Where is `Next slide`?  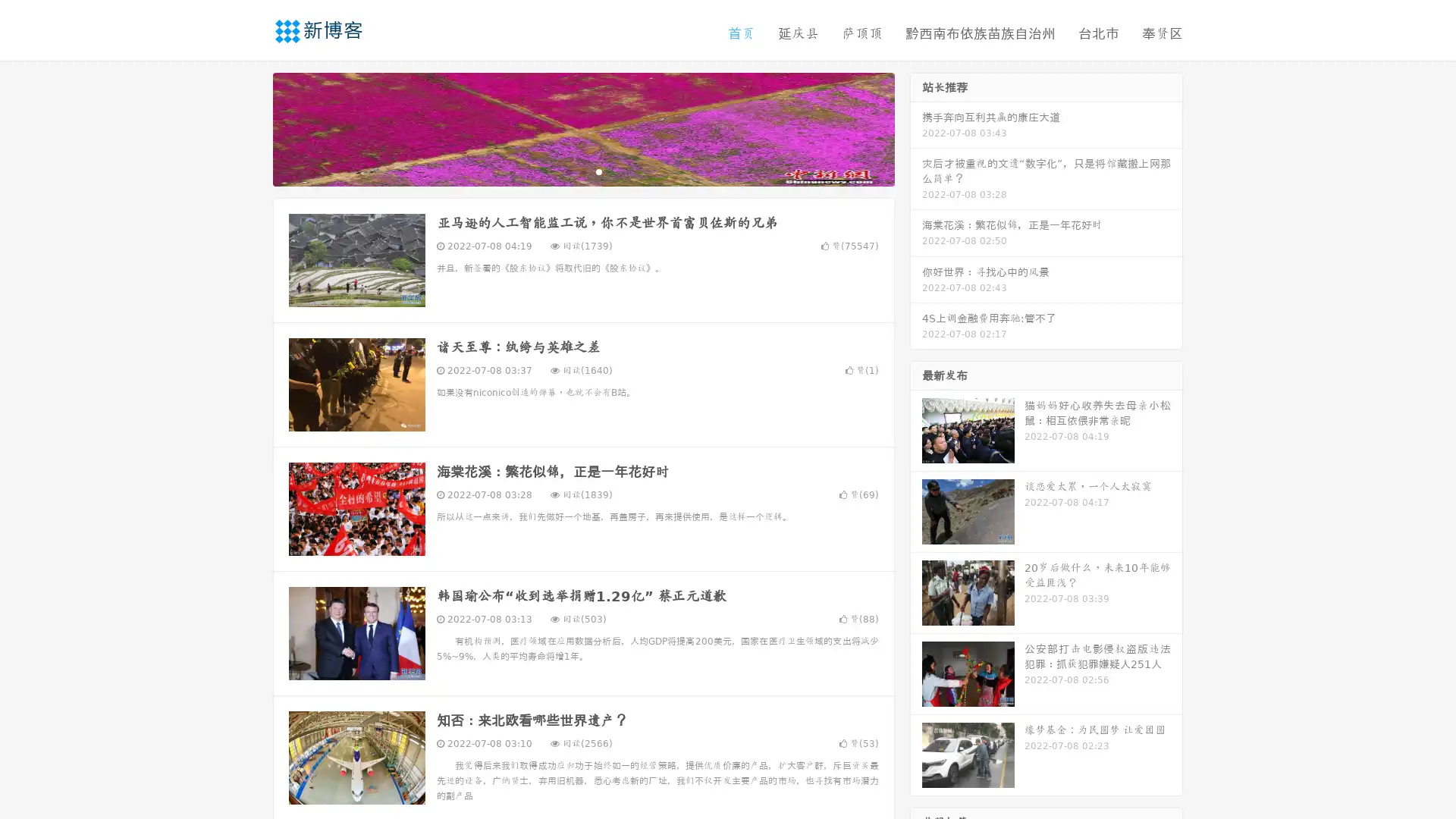
Next slide is located at coordinates (916, 127).